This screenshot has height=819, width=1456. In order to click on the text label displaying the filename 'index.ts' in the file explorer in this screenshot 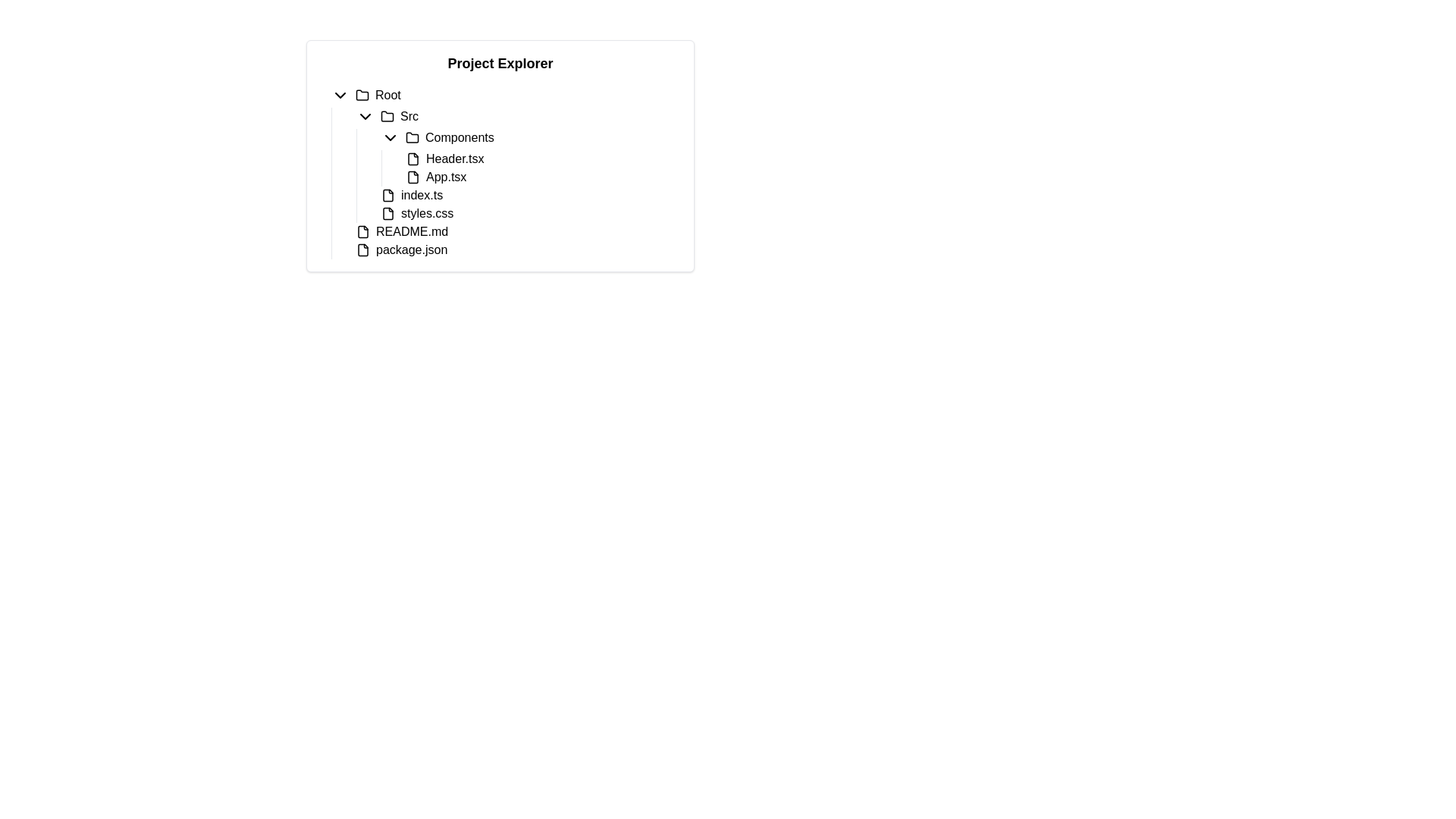, I will do `click(422, 195)`.